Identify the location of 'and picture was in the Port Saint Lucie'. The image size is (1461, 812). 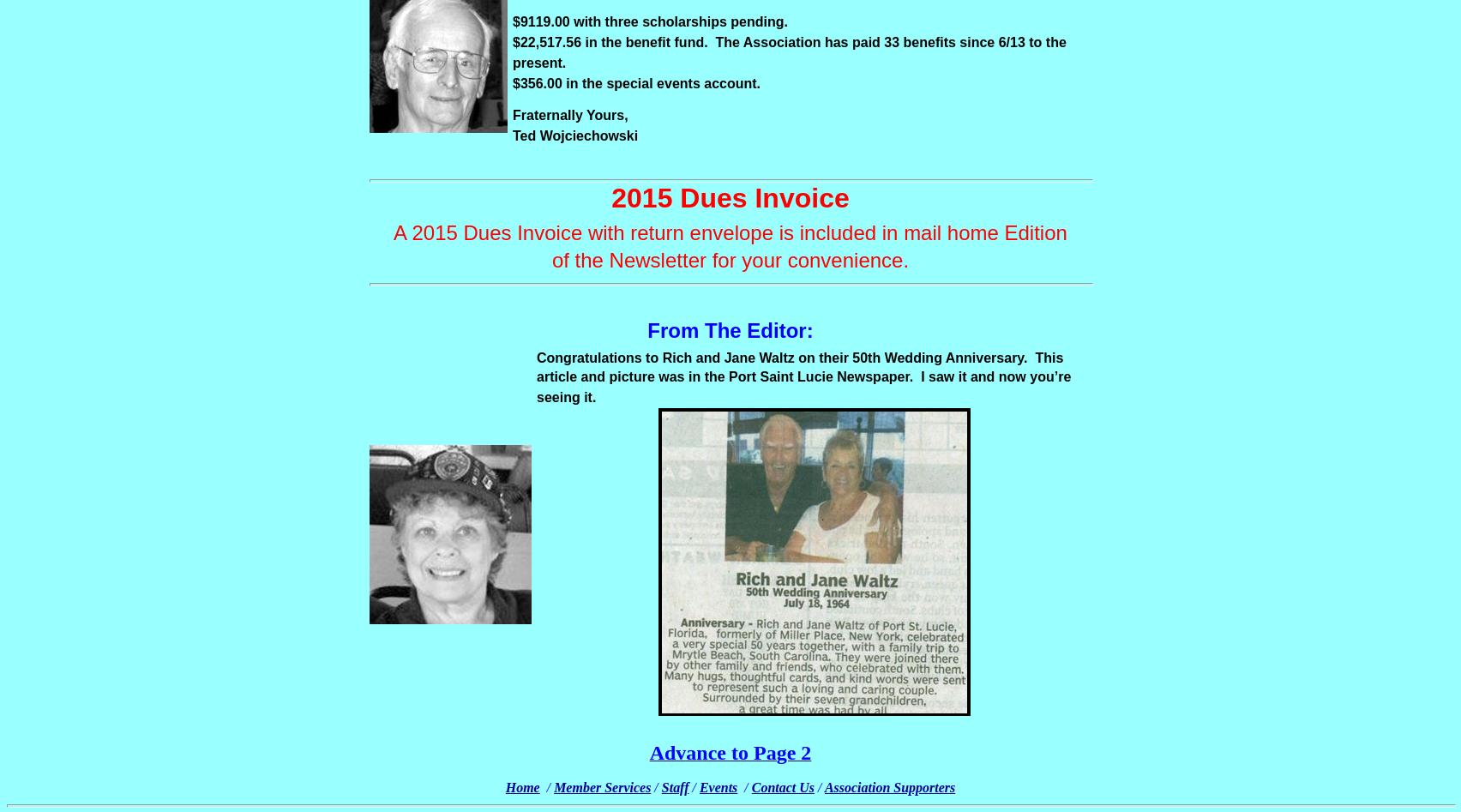
(579, 376).